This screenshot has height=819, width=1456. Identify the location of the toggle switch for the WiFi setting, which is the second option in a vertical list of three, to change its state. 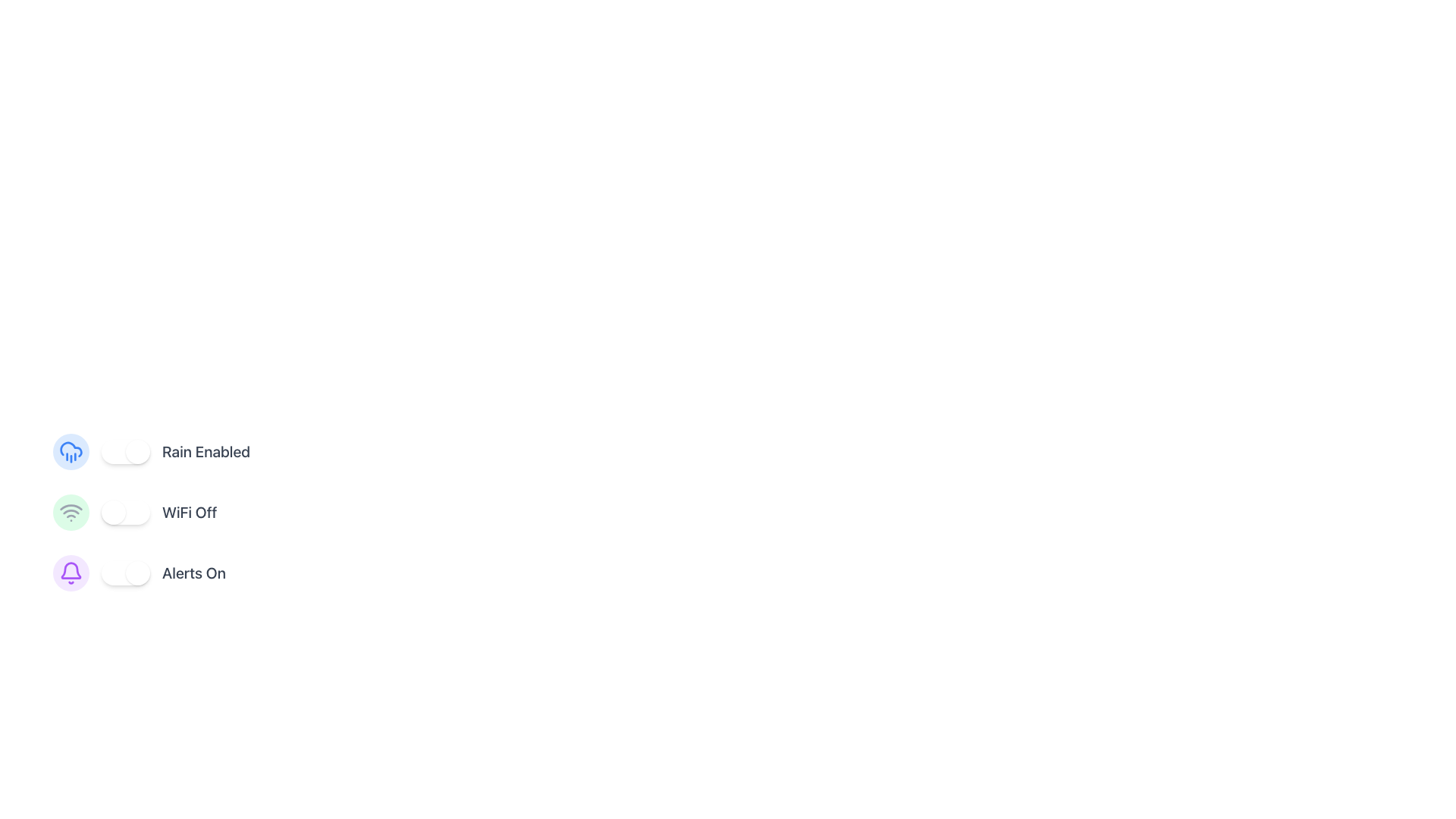
(134, 512).